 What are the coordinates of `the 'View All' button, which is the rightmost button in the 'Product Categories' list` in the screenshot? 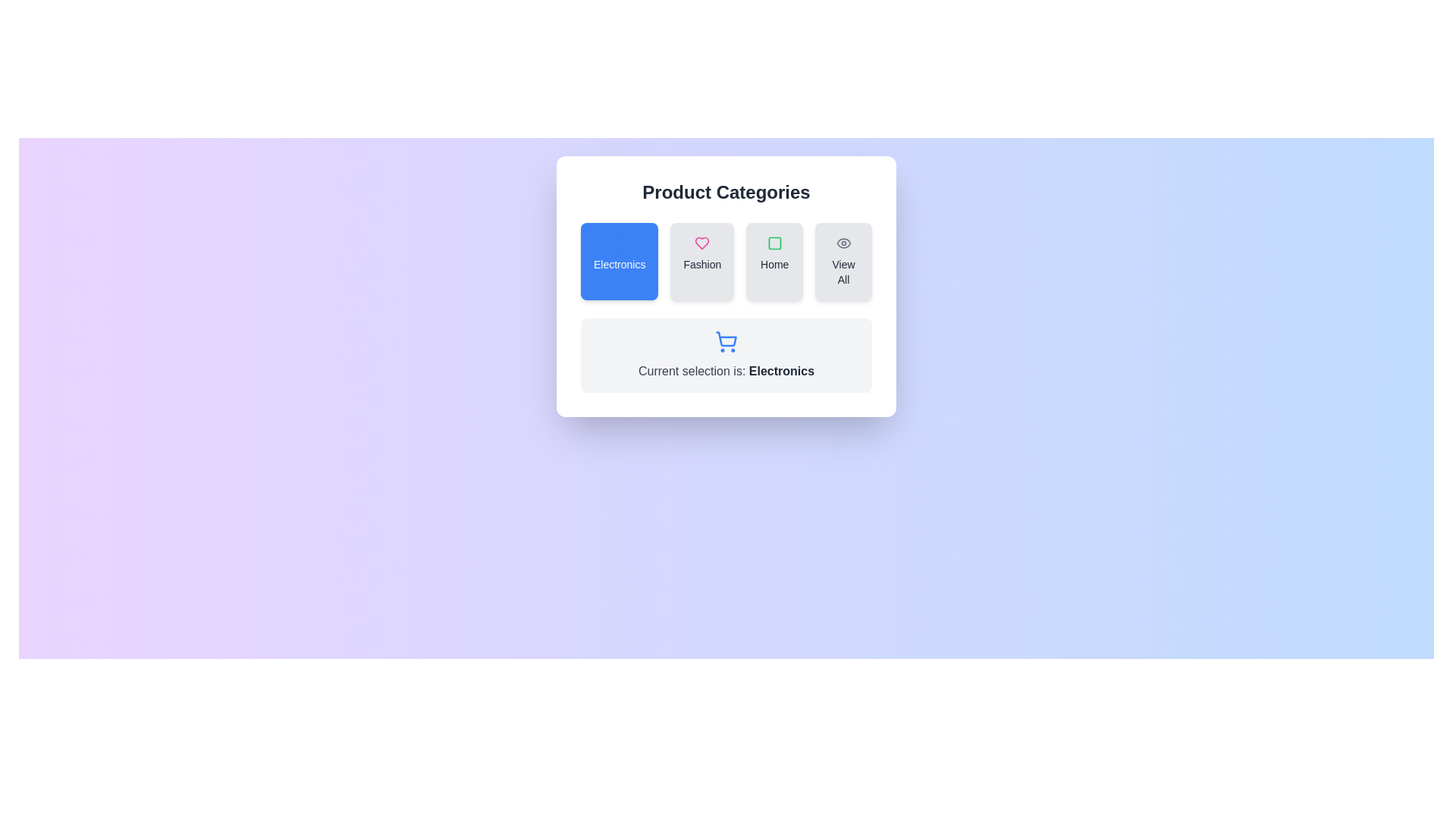 It's located at (843, 260).